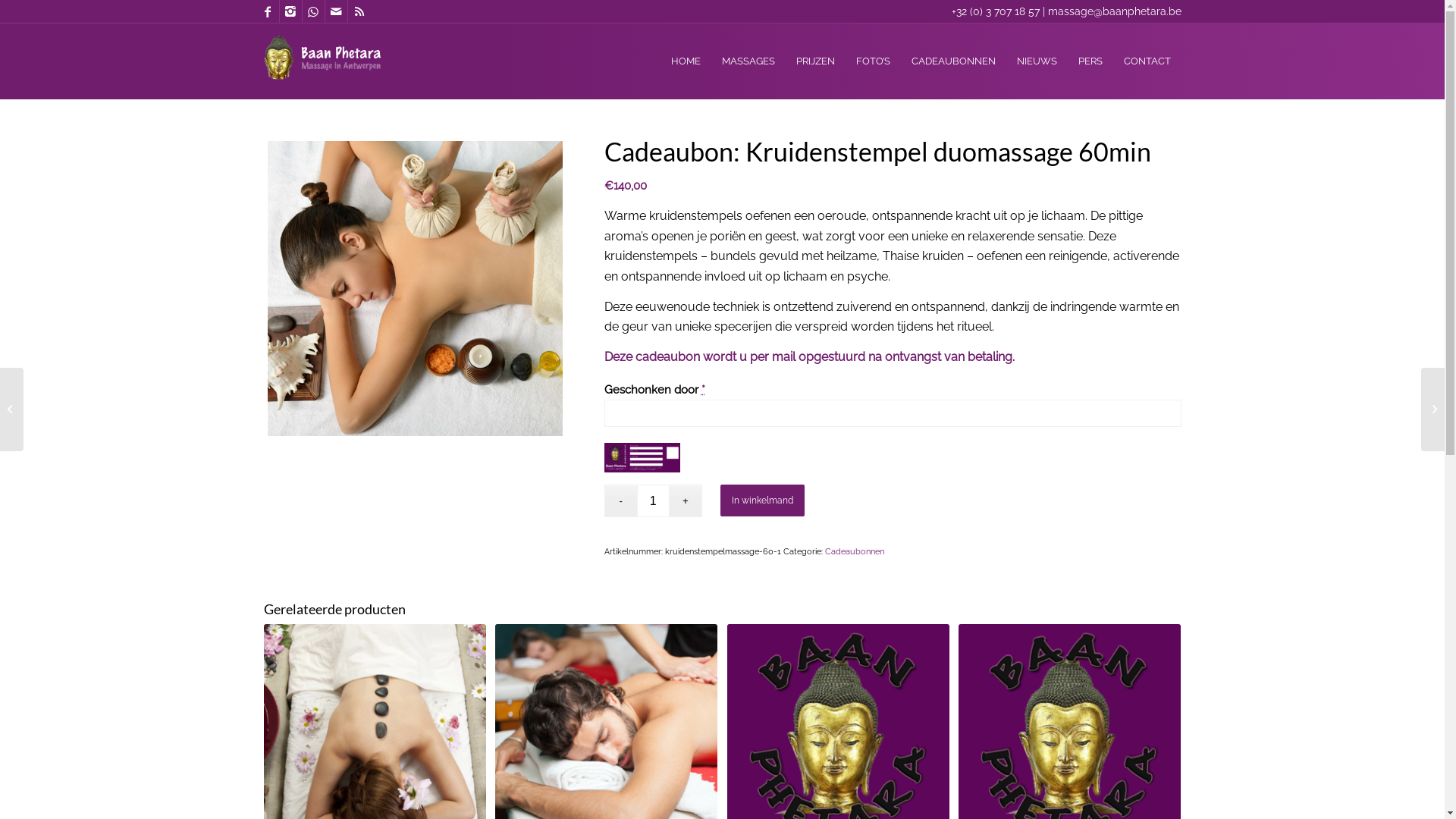 The height and width of the screenshot is (819, 1456). I want to click on 'CADEAUBONNEN', so click(952, 61).